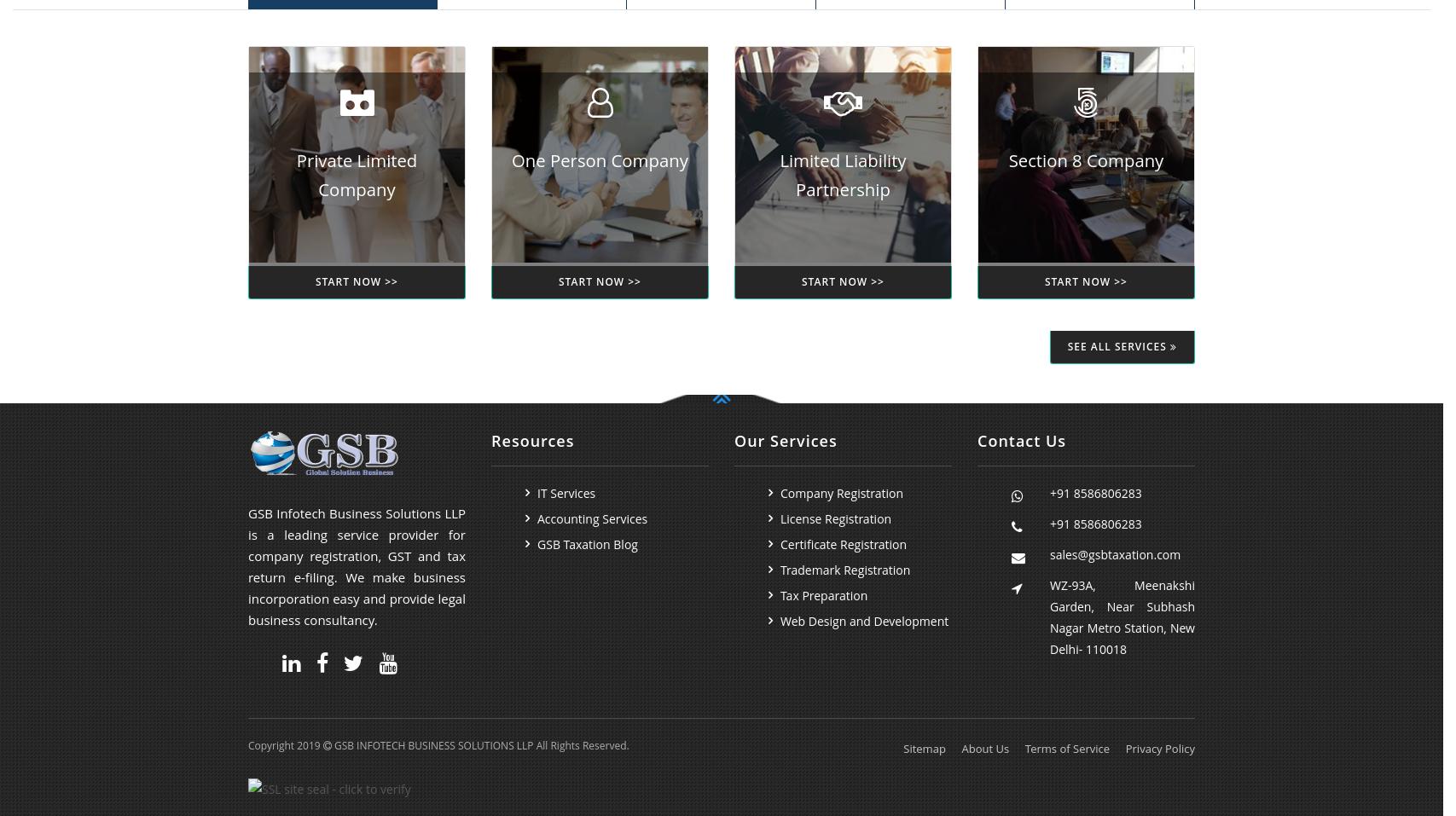 Image resolution: width=1456 pixels, height=816 pixels. Describe the element at coordinates (532, 440) in the screenshot. I see `'Resources'` at that location.